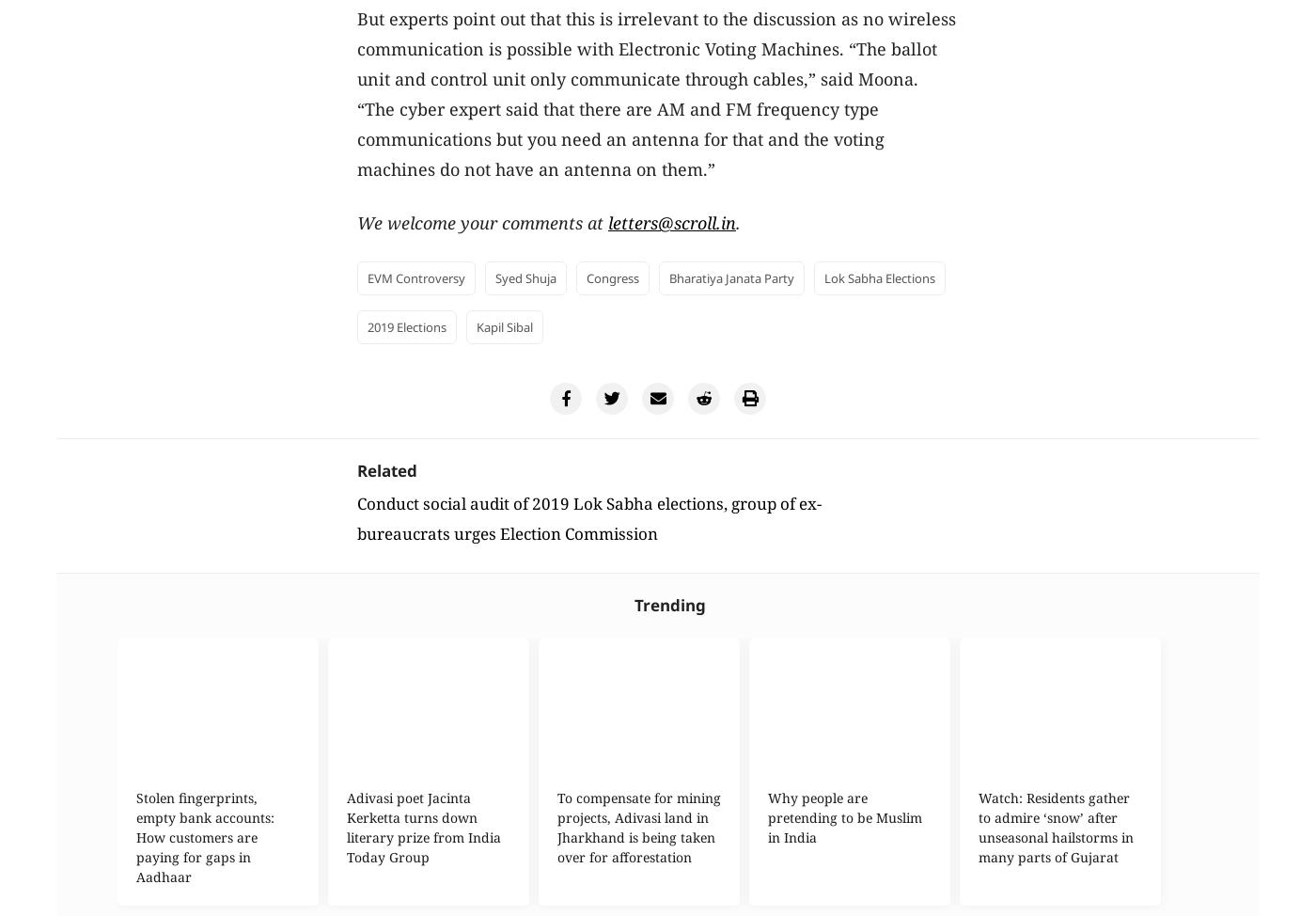 The height and width of the screenshot is (916, 1316). Describe the element at coordinates (356, 470) in the screenshot. I see `'Related'` at that location.